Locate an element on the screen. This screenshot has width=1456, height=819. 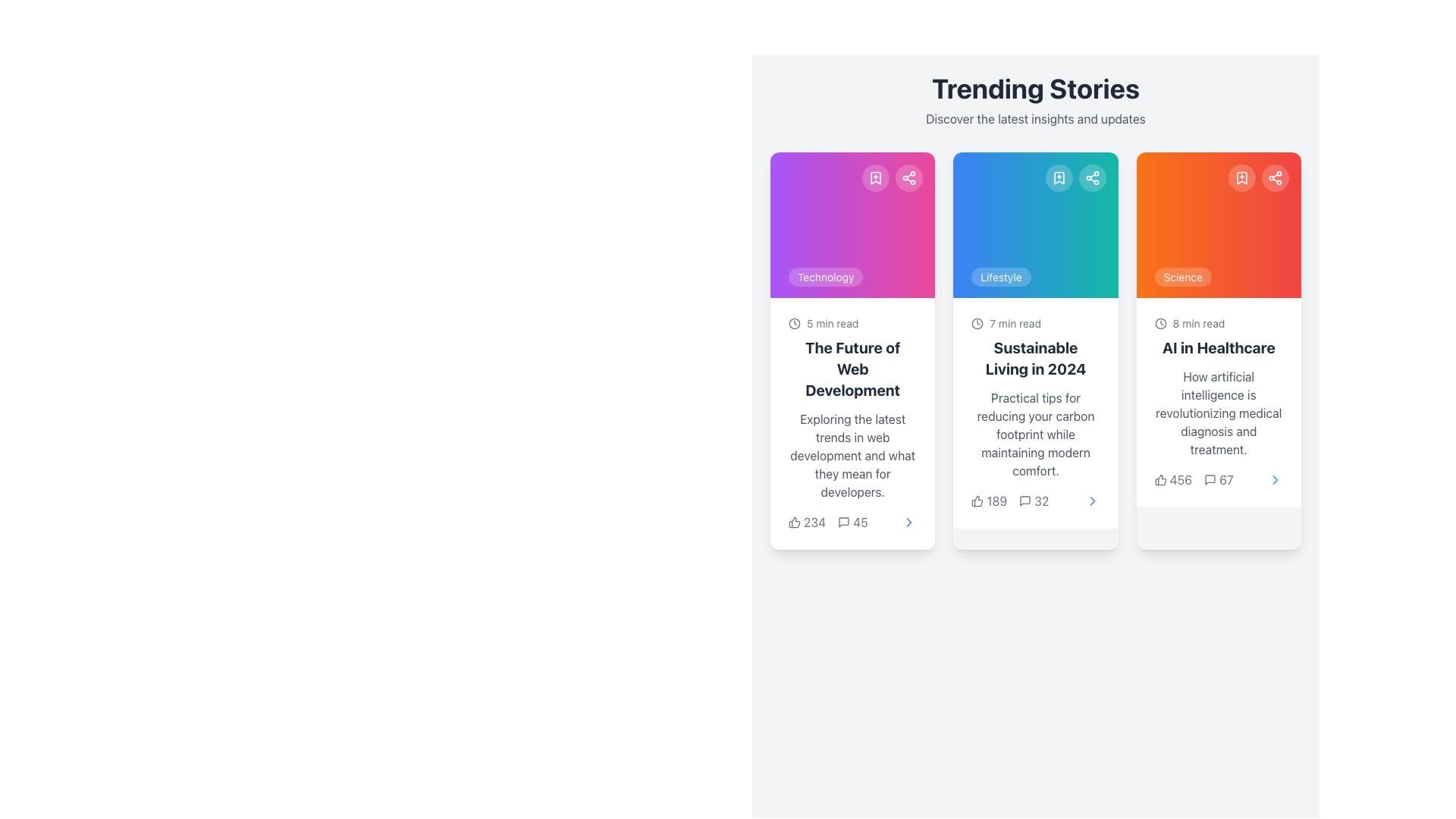
the Right Navigation Button located in the bottom right corner of the third card from the left is located at coordinates (1092, 500).